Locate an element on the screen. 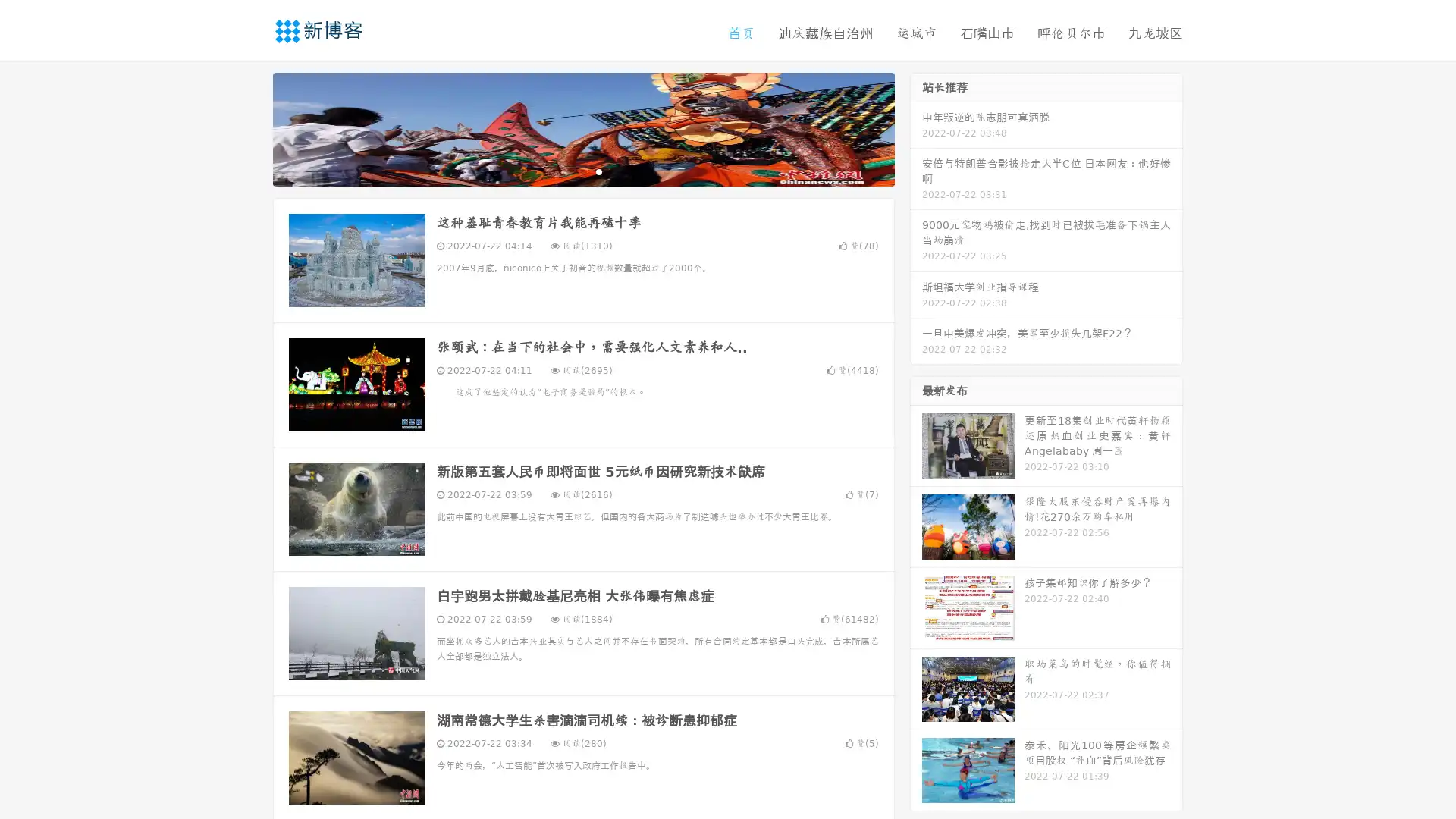 Image resolution: width=1456 pixels, height=819 pixels. Go to slide 1 is located at coordinates (567, 171).